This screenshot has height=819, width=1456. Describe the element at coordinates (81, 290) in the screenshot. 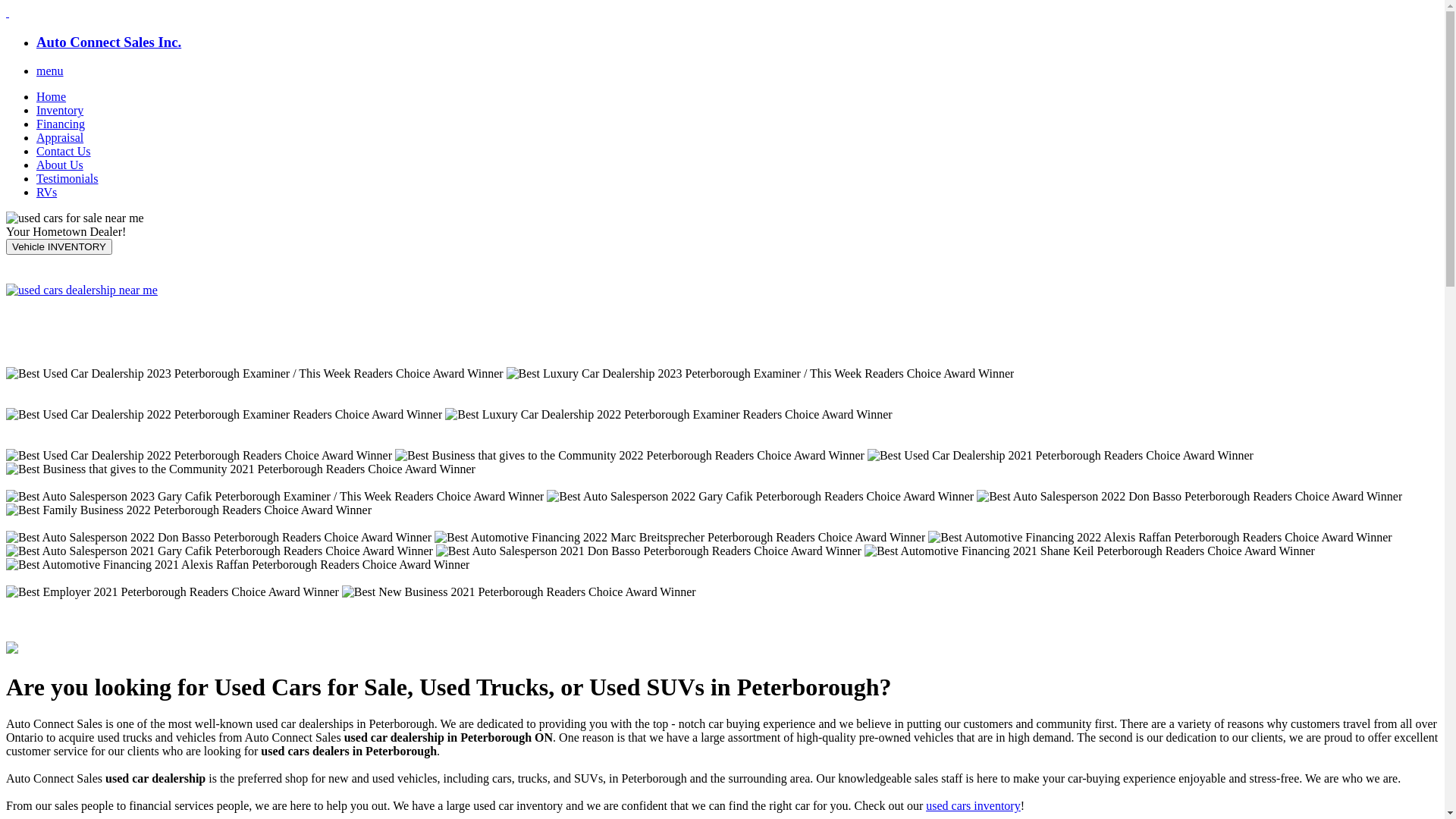

I see `'Click here to Apply Now'` at that location.